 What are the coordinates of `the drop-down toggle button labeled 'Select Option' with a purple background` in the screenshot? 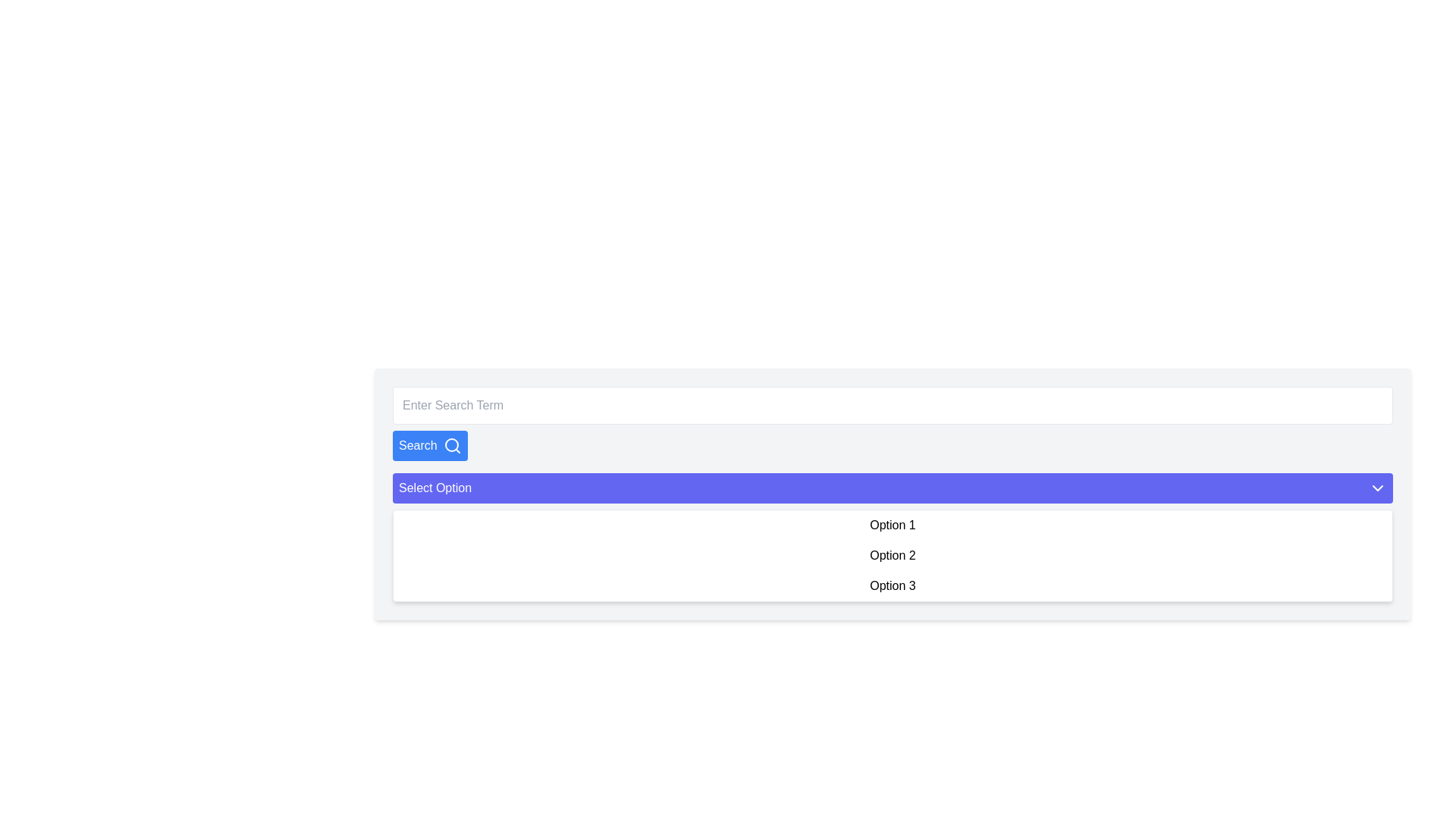 It's located at (893, 488).